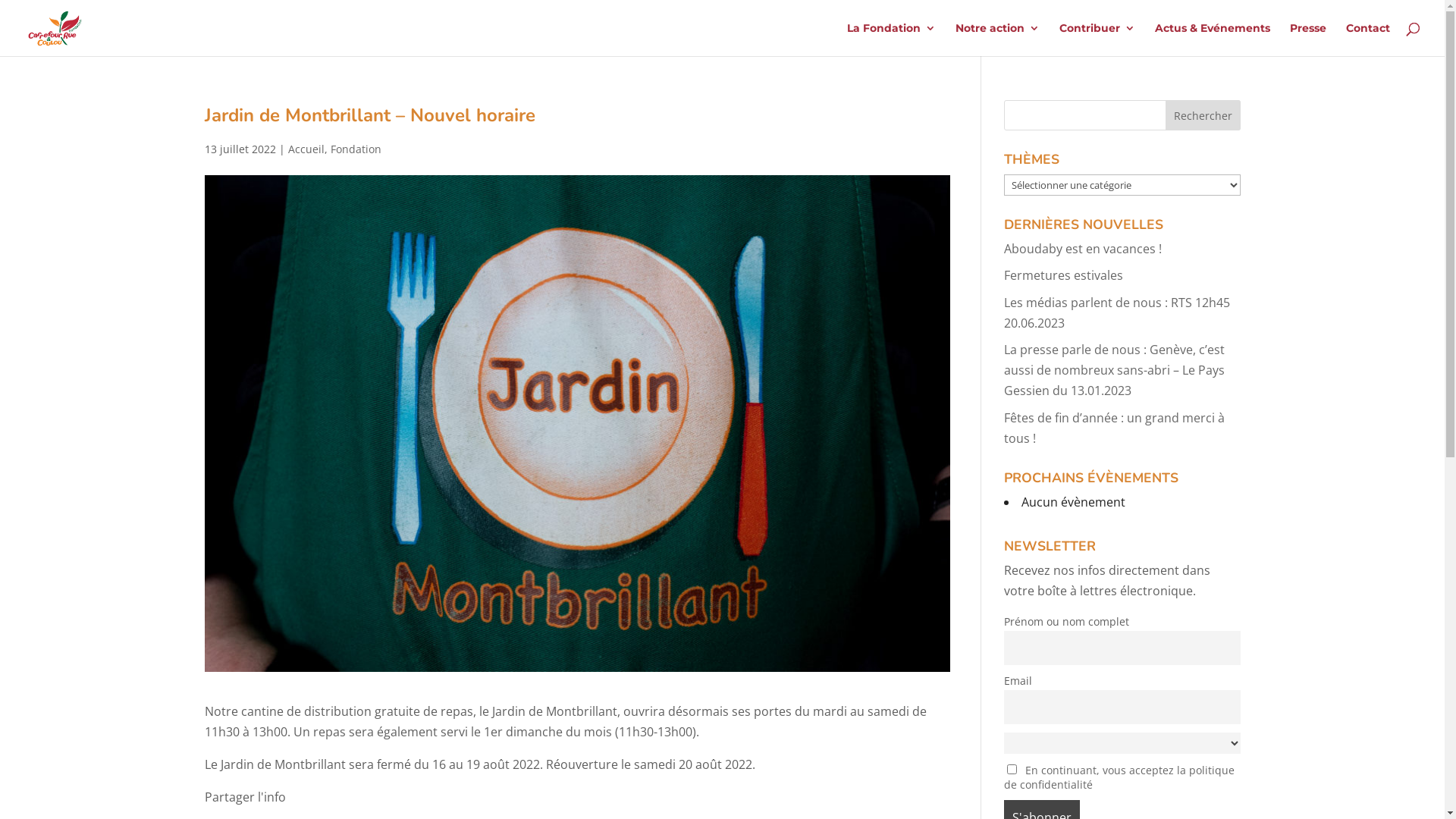 Image resolution: width=1456 pixels, height=819 pixels. What do you see at coordinates (1097, 38) in the screenshot?
I see `'Contribuer'` at bounding box center [1097, 38].